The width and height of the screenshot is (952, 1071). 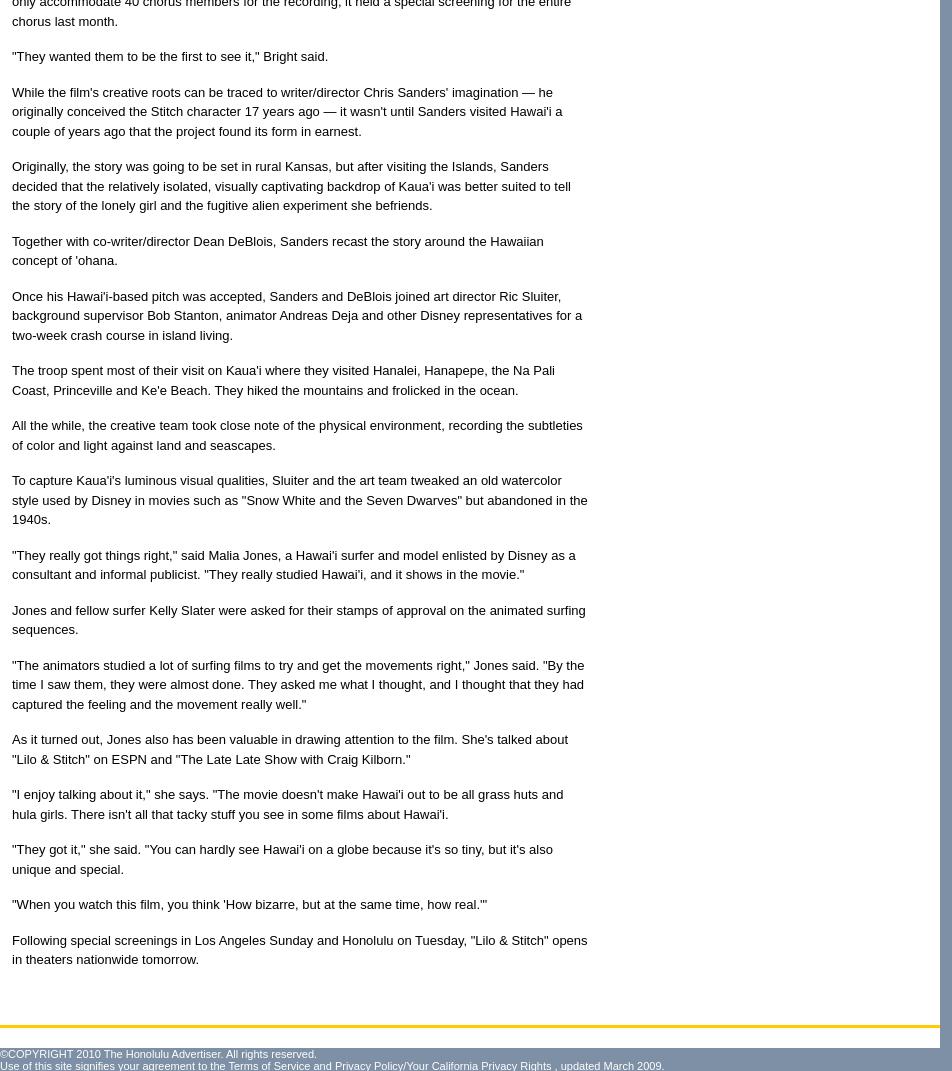 What do you see at coordinates (283, 378) in the screenshot?
I see `'The troop spent most of their visit on Kaua'i where they visited Hanalei, Hanapepe, the Na Pali Coast, Princeville and Ke'e Beach. They hiked the mountains and frolicked in the ocean.'` at bounding box center [283, 378].